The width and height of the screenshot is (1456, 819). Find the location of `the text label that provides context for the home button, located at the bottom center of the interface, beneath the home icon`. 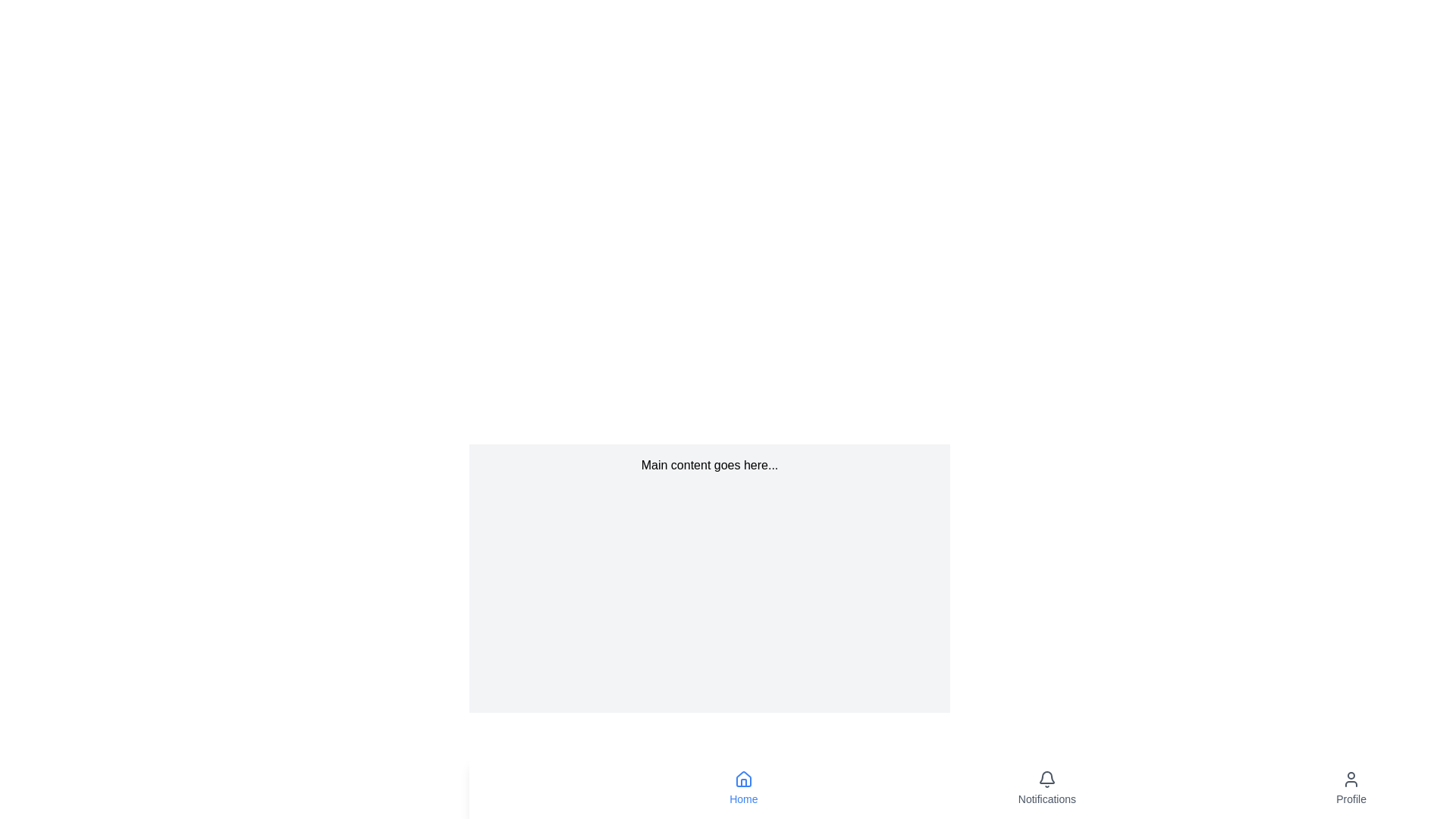

the text label that provides context for the home button, located at the bottom center of the interface, beneath the home icon is located at coordinates (743, 798).